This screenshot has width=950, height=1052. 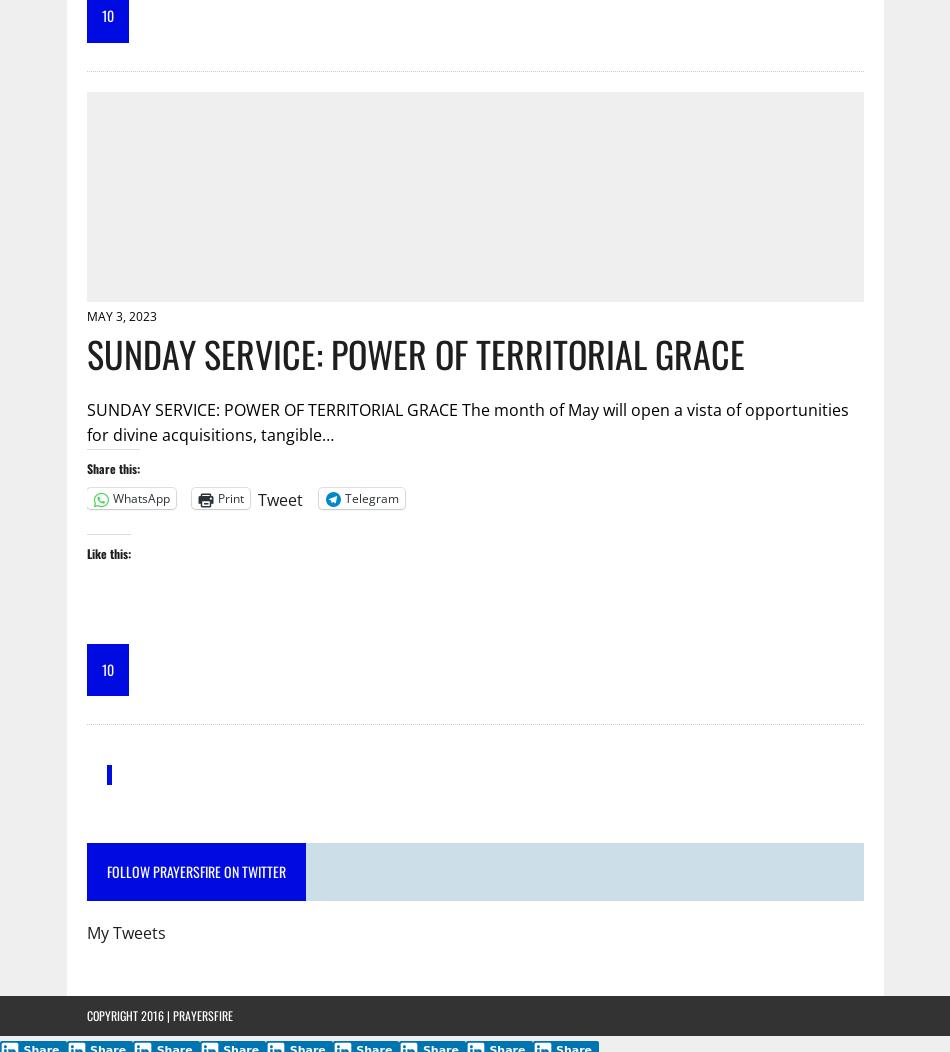 I want to click on 'Print', so click(x=229, y=497).